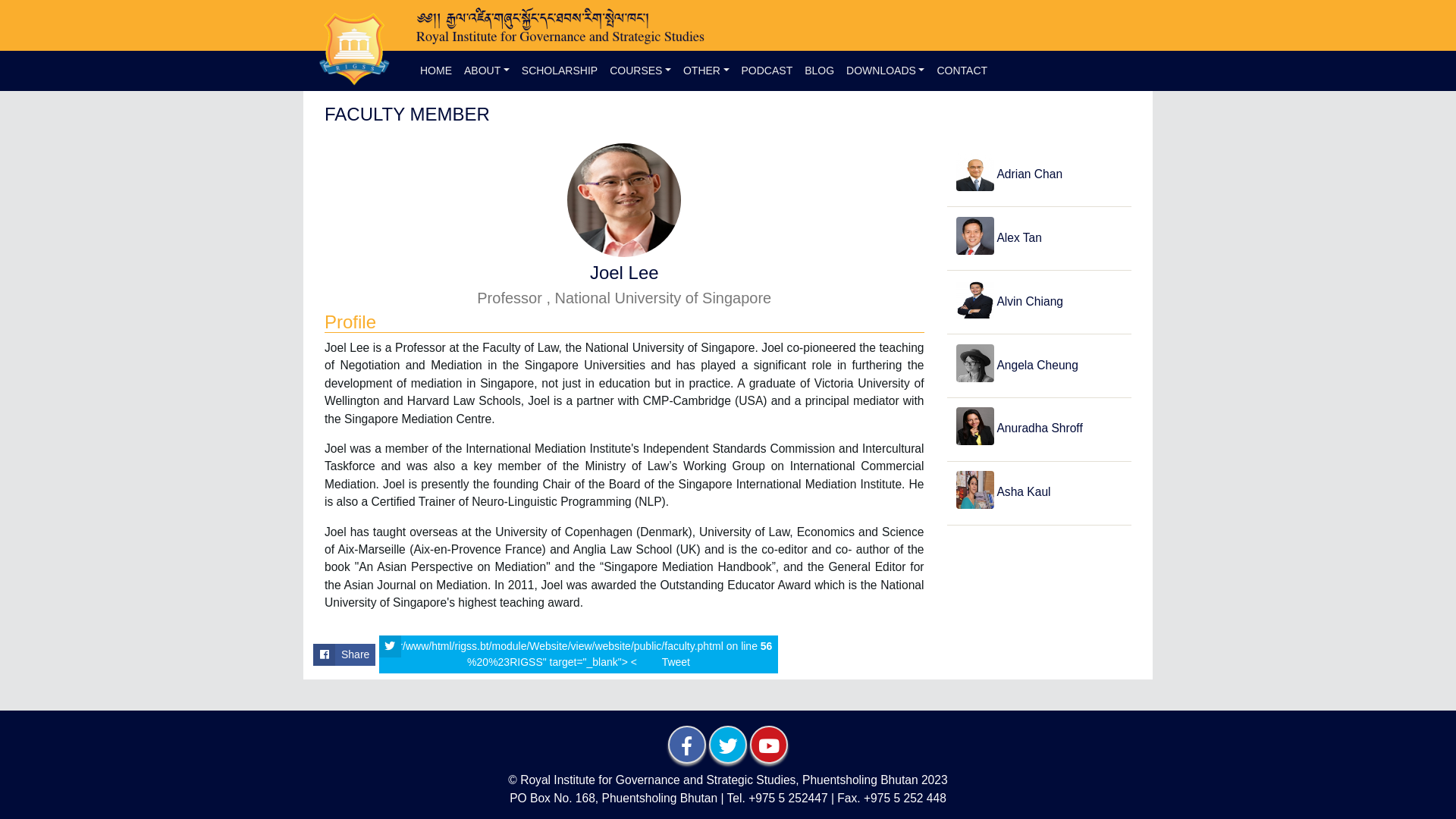 The width and height of the screenshot is (1456, 819). I want to click on 'Share', so click(344, 654).